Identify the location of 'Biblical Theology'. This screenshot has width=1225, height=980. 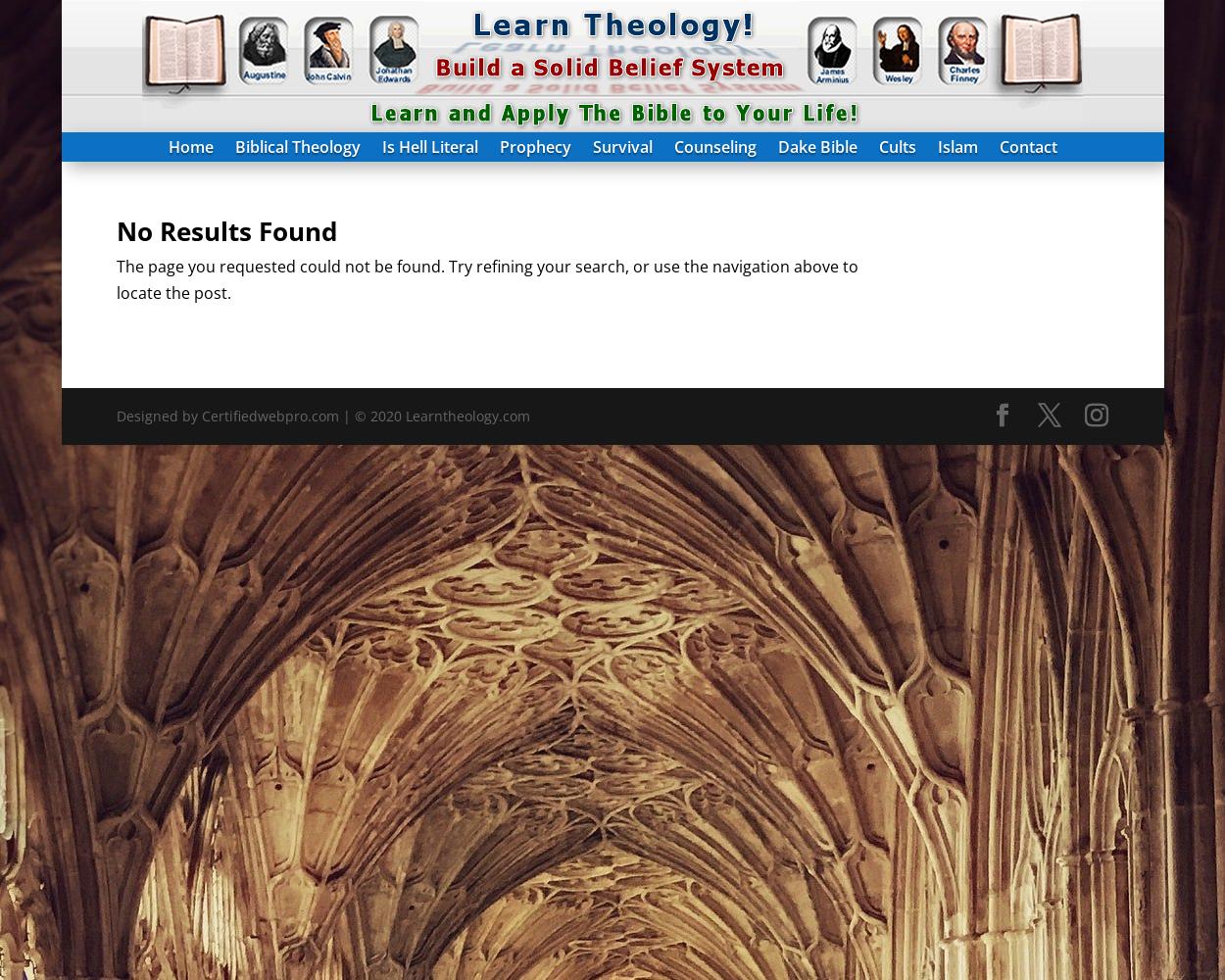
(297, 147).